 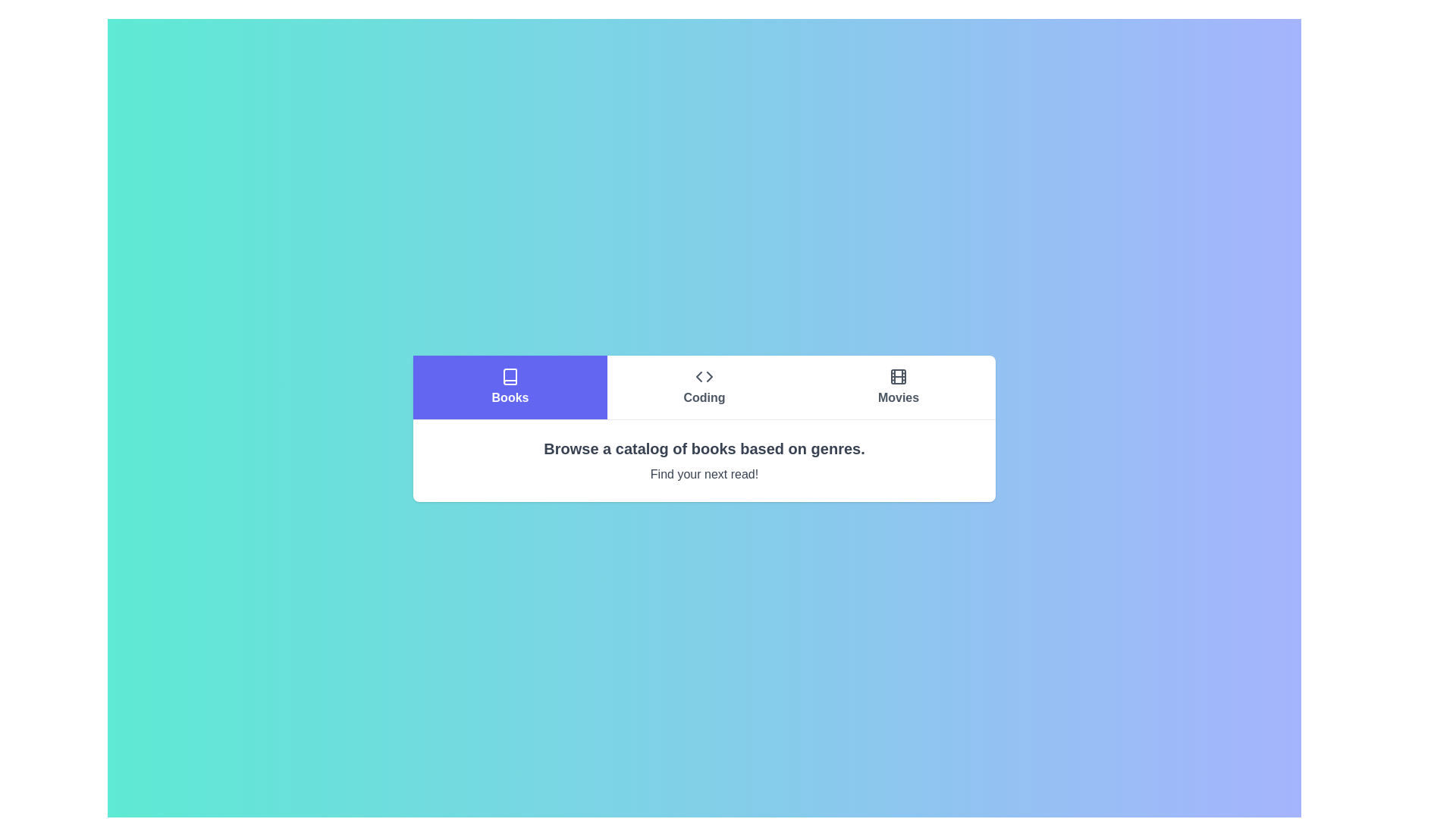 What do you see at coordinates (899, 386) in the screenshot?
I see `the Movies tab by clicking on the corresponding button` at bounding box center [899, 386].